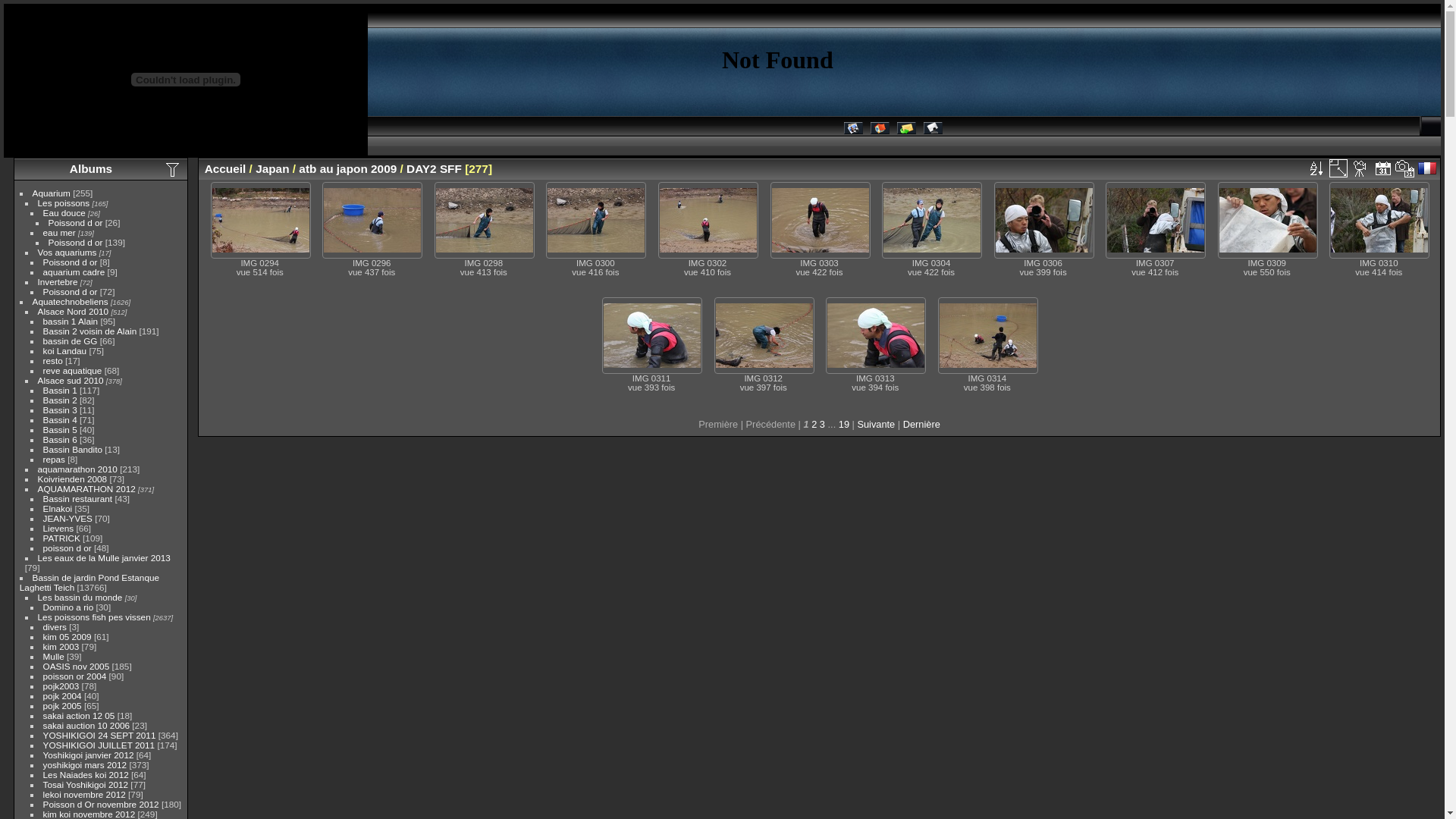 This screenshot has width=1456, height=819. I want to click on 'OASIS nov 2005', so click(75, 665).